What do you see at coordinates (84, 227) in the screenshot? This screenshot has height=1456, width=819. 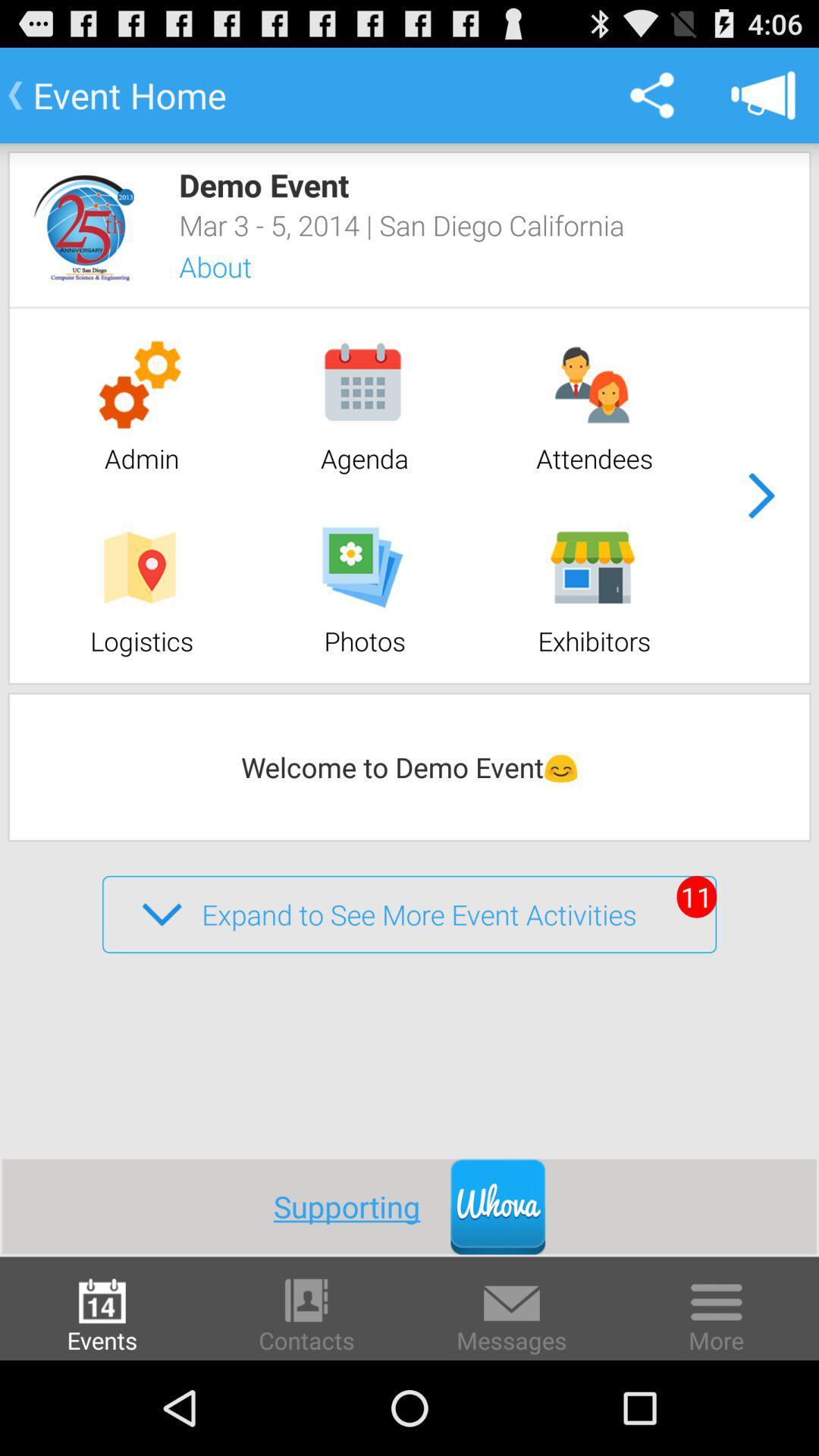 I see `demo event homepage` at bounding box center [84, 227].